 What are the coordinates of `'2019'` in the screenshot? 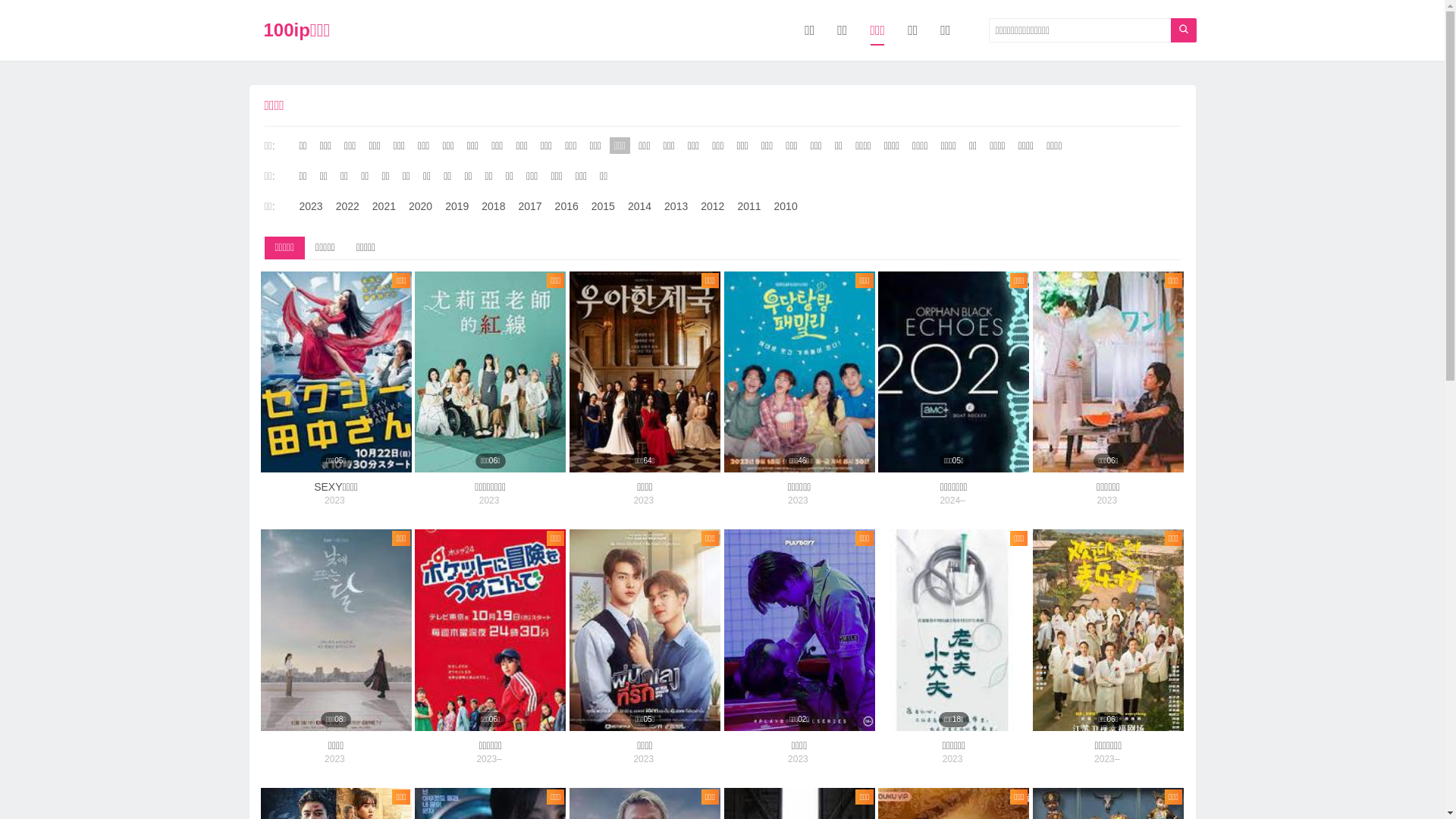 It's located at (439, 206).